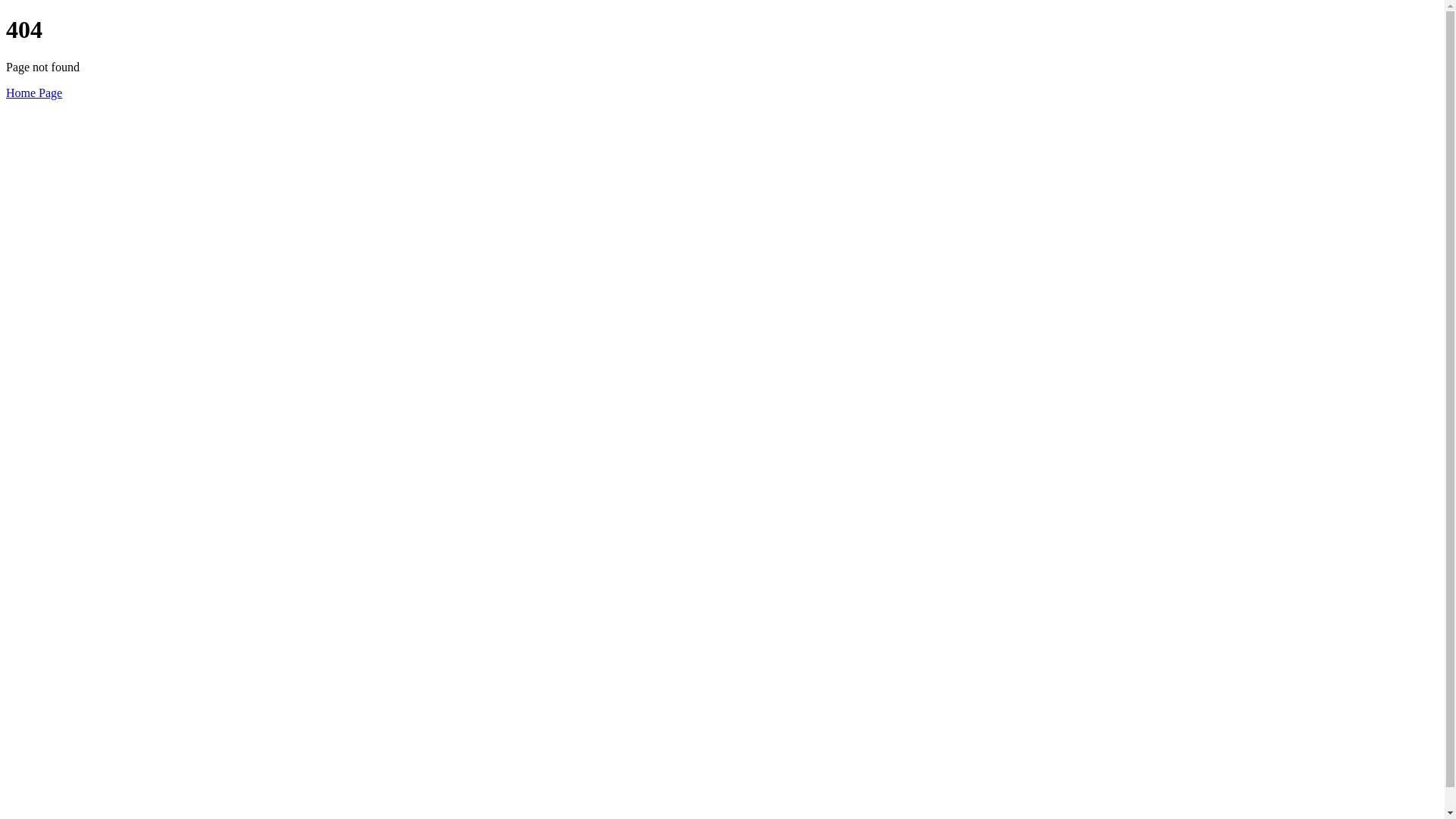  What do you see at coordinates (6, 93) in the screenshot?
I see `'Home Page'` at bounding box center [6, 93].